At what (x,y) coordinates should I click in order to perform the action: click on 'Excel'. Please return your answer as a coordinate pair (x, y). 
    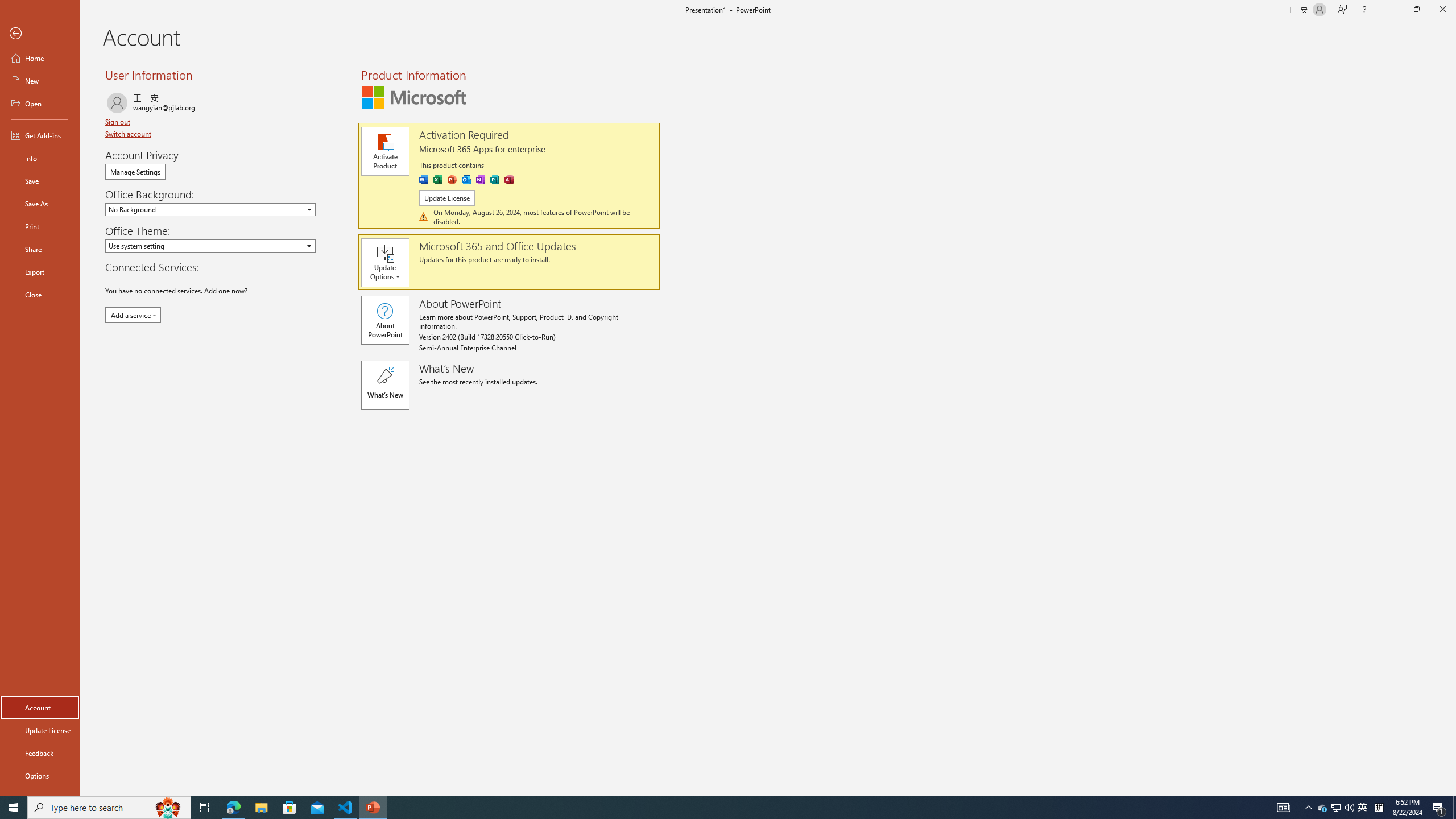
    Looking at the image, I should click on (438, 179).